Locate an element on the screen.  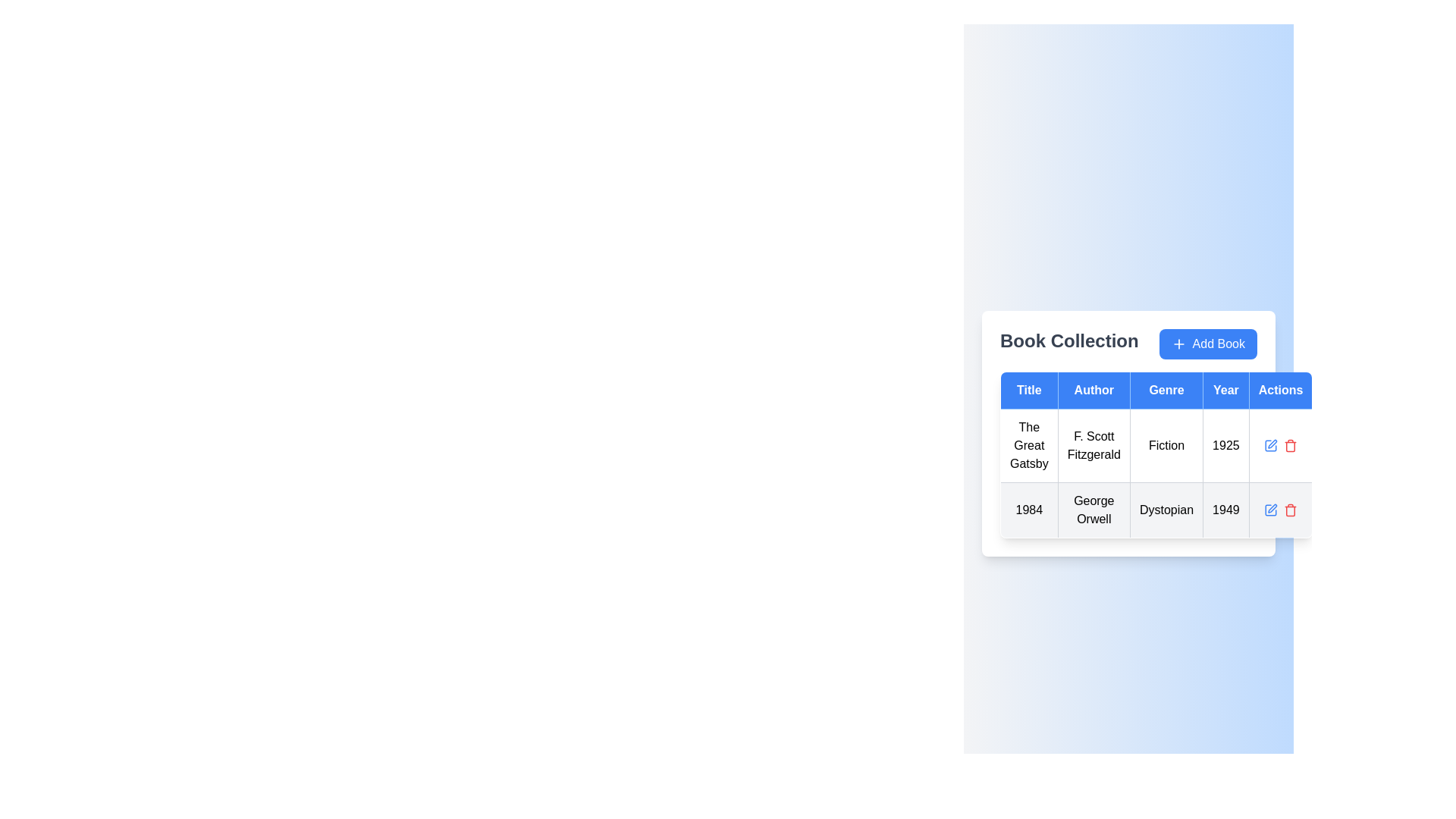
the pen-shaped icon located in the 'Actions' column of the second row of the book table for '1984' by George Orwell via tab navigation is located at coordinates (1272, 508).